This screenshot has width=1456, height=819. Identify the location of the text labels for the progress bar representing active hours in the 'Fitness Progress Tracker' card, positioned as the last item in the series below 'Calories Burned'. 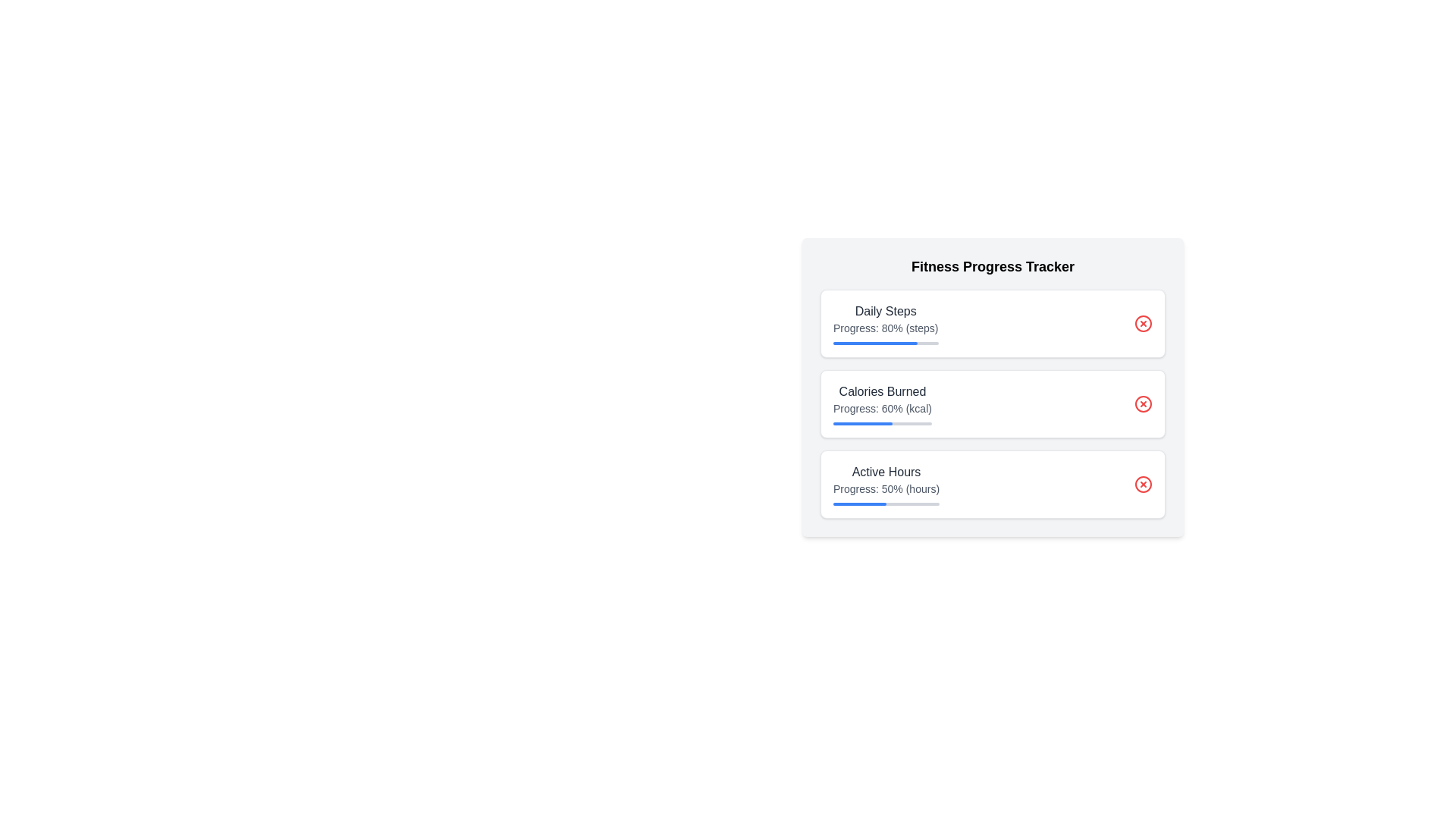
(993, 485).